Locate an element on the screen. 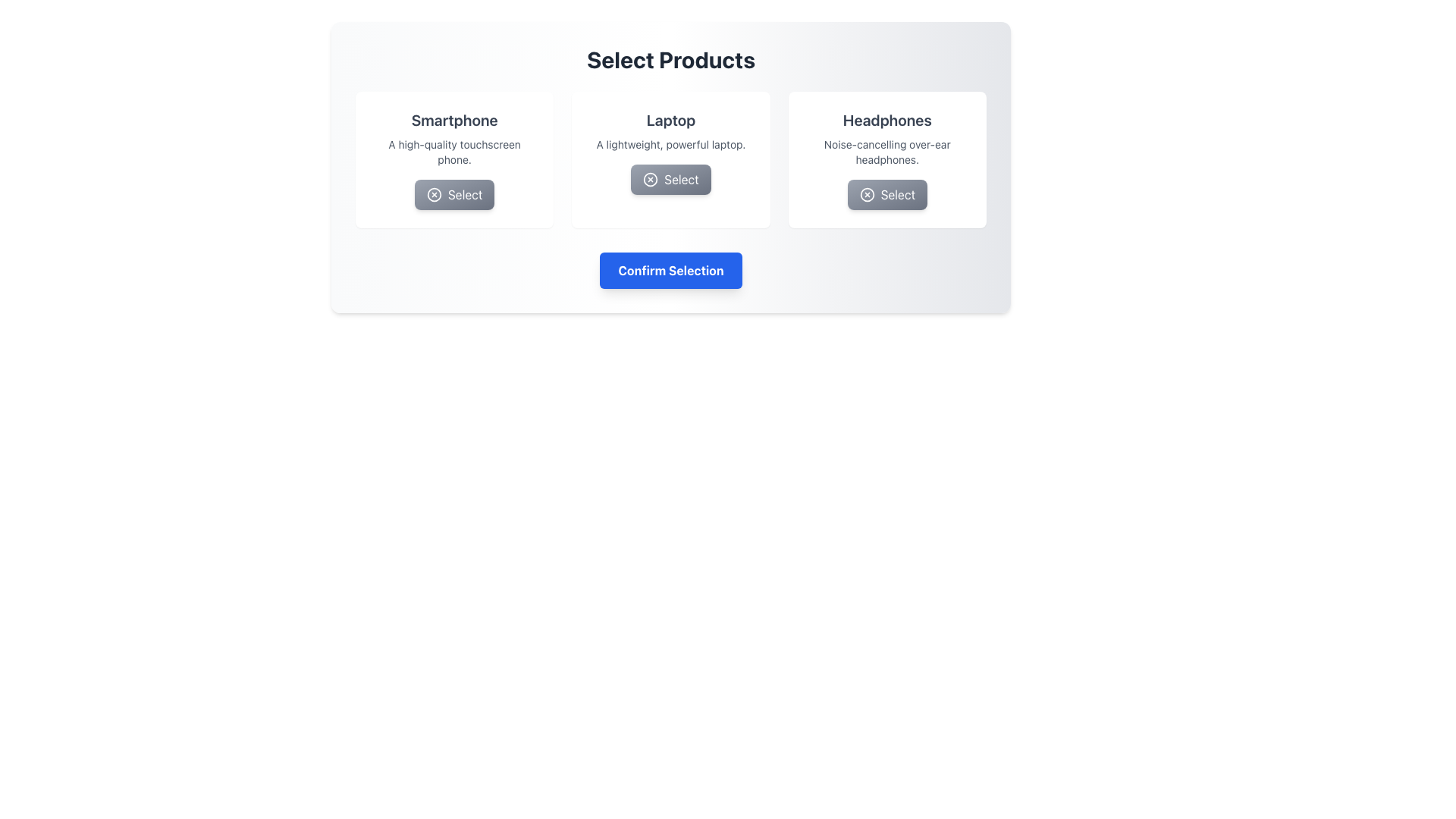  the static text describing the product 'Headphones', which is located in the third product card, positioned below the title and above the 'Select' button is located at coordinates (887, 152).